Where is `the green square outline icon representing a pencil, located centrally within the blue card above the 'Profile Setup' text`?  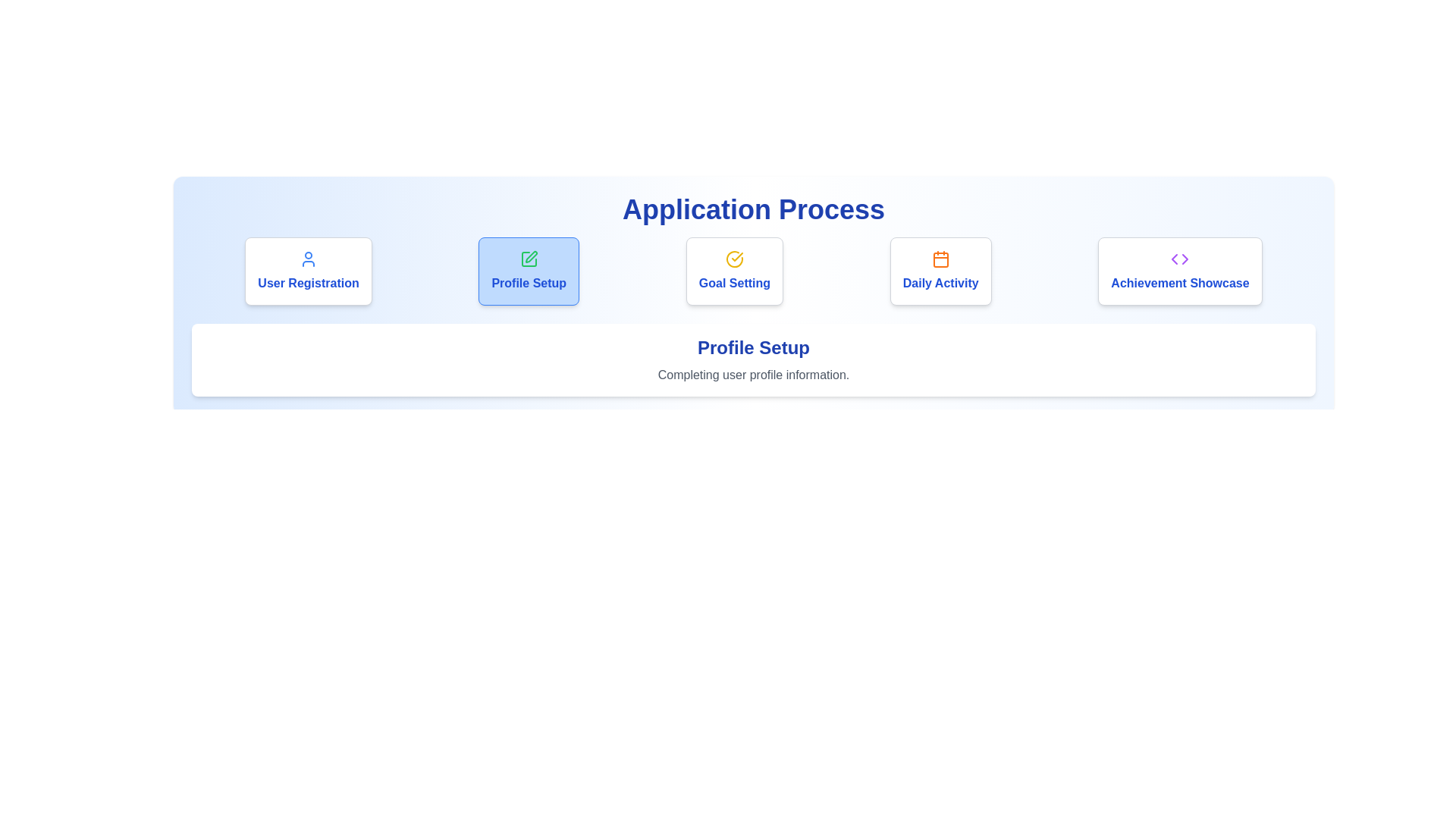 the green square outline icon representing a pencil, located centrally within the blue card above the 'Profile Setup' text is located at coordinates (529, 259).